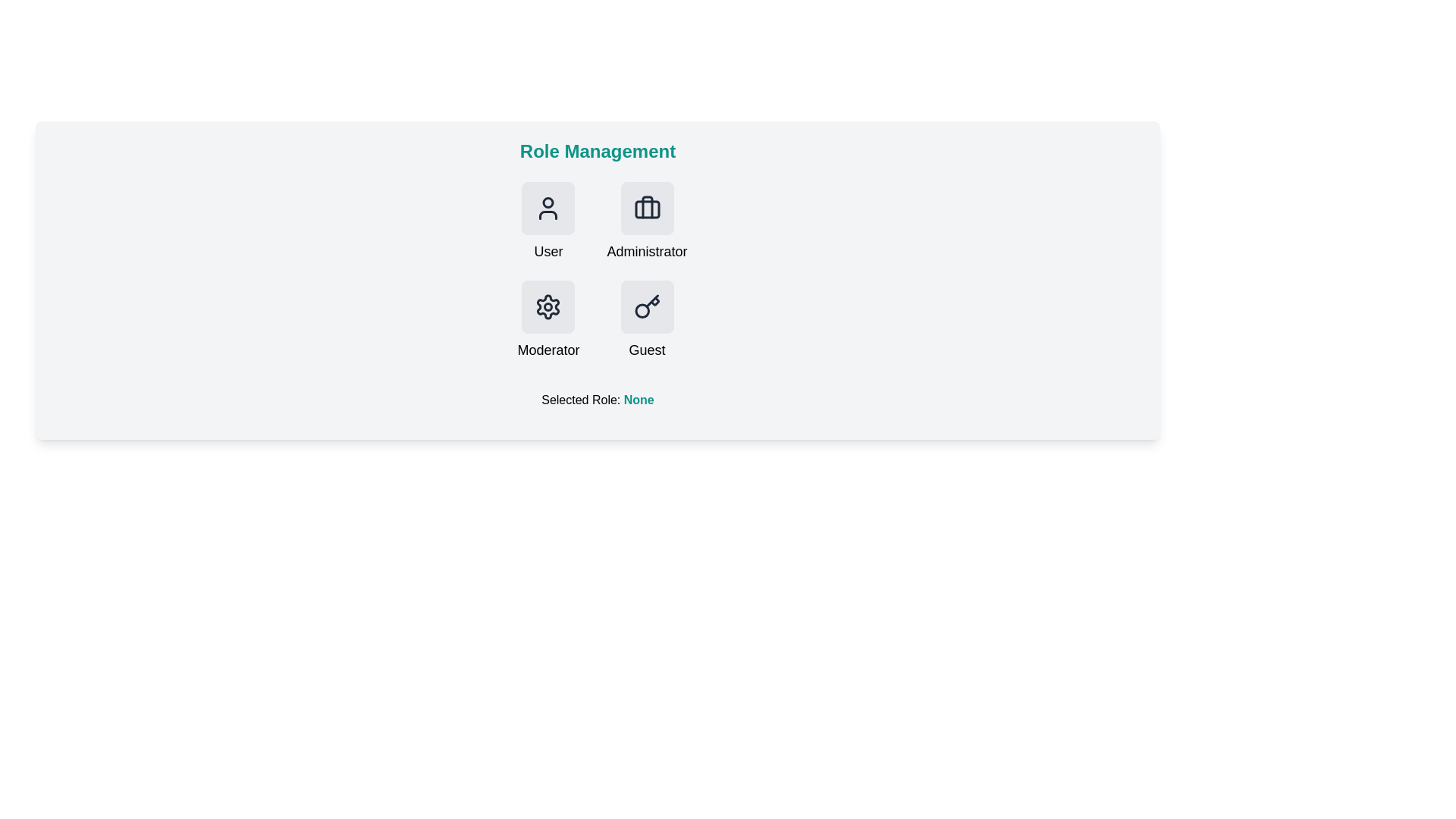 The image size is (1456, 819). I want to click on the 'User' text label, so click(548, 250).